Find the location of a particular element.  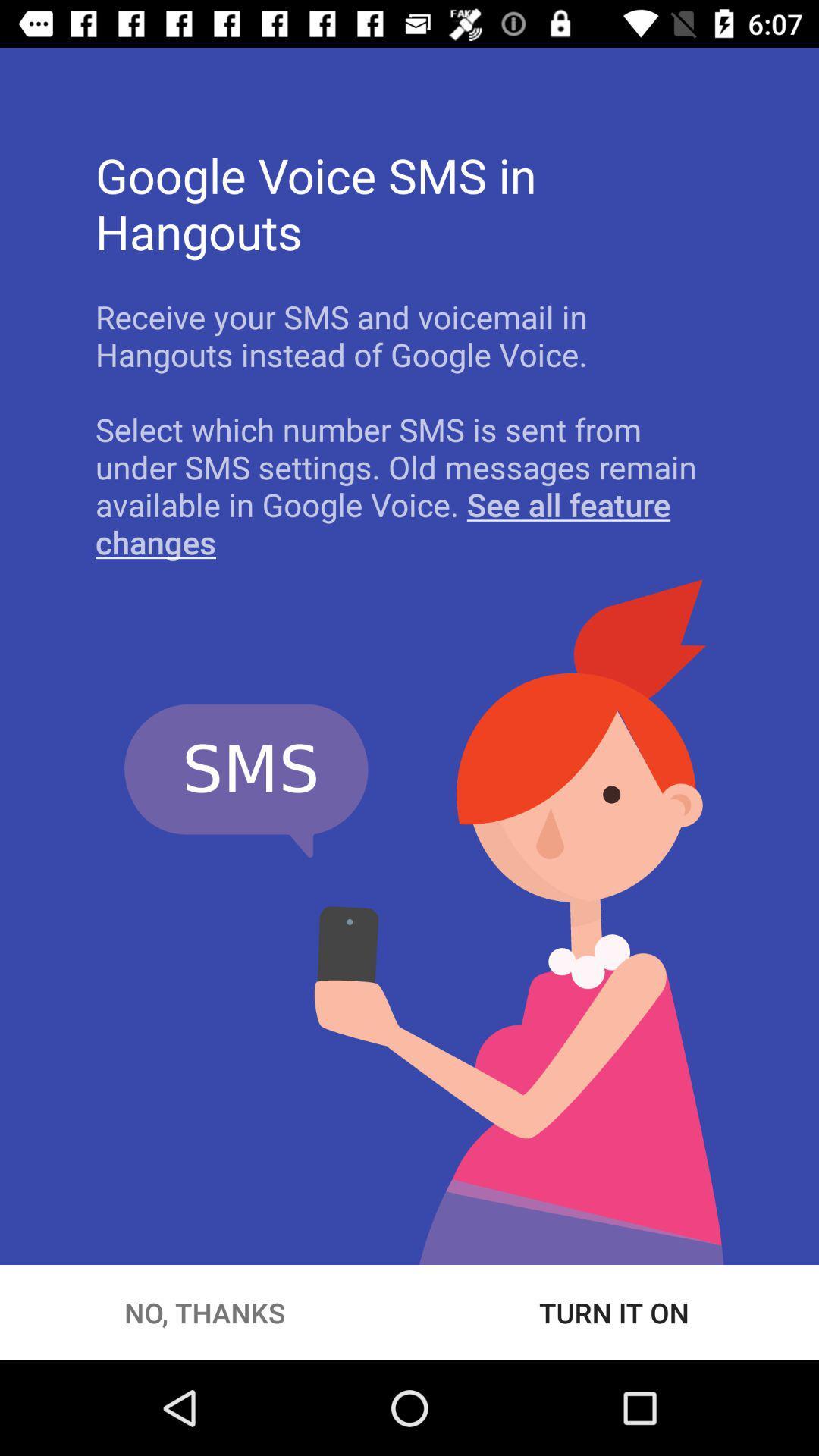

turn it on item is located at coordinates (614, 1312).